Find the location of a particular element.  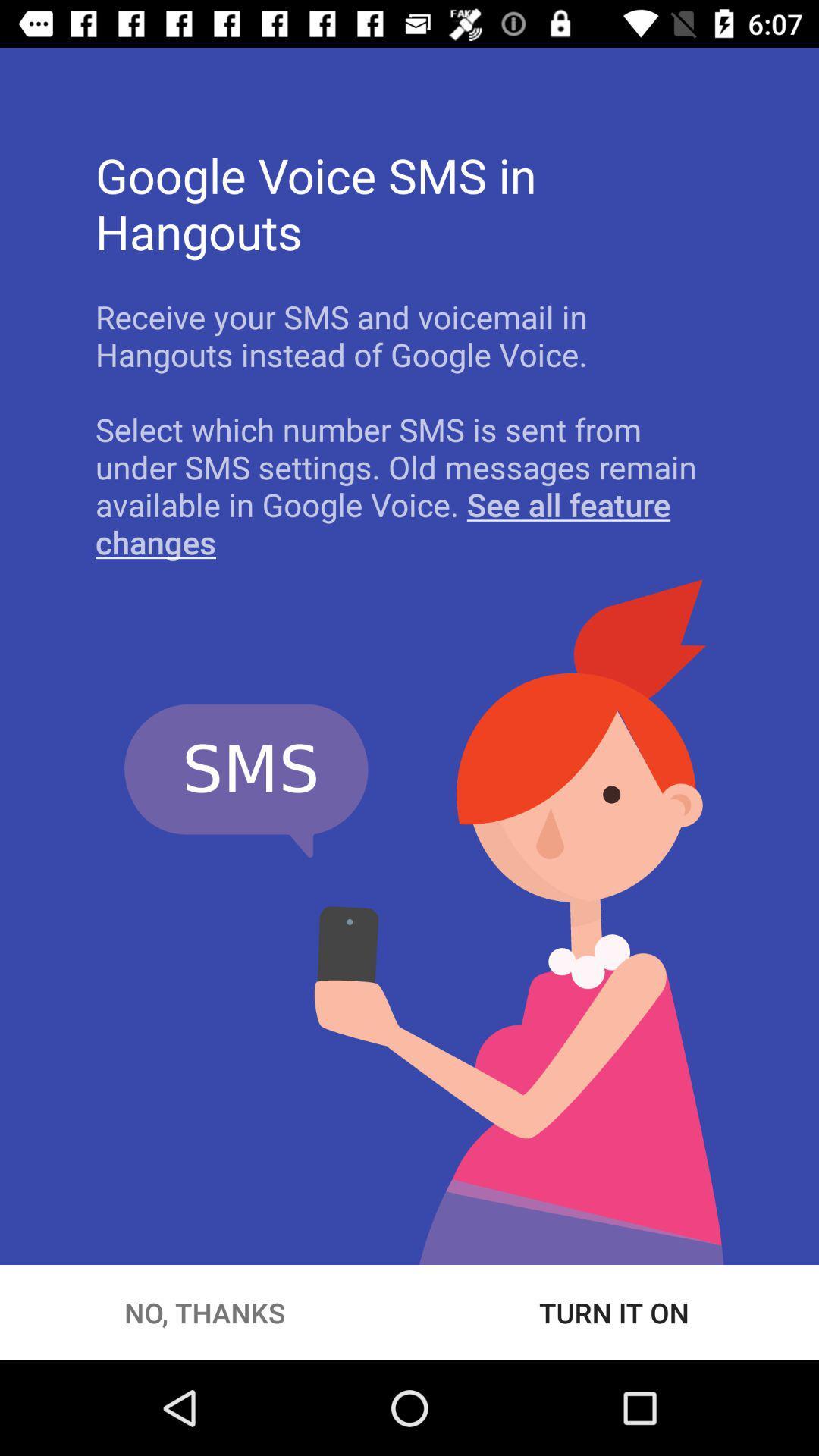

turn it on item is located at coordinates (614, 1312).